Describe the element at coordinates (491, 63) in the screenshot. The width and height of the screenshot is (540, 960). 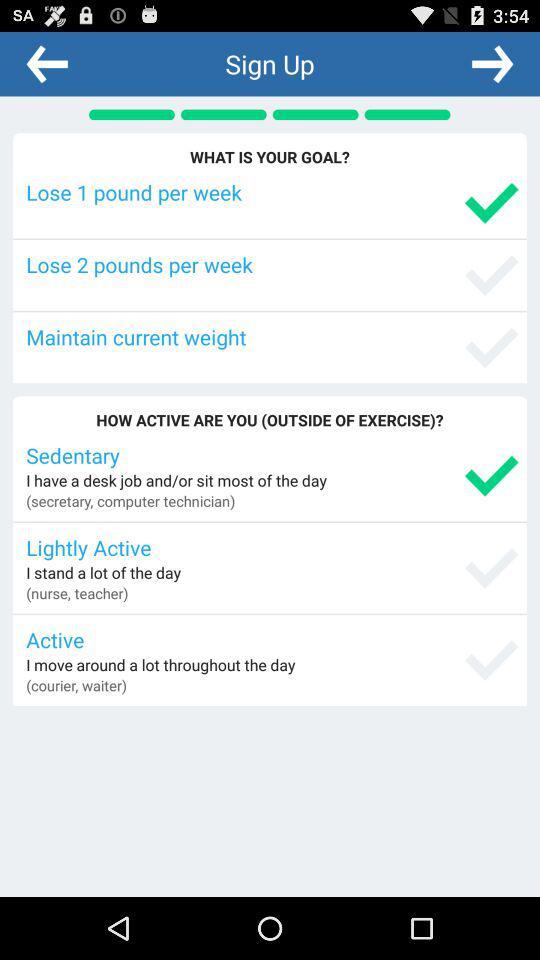
I see `next screen` at that location.